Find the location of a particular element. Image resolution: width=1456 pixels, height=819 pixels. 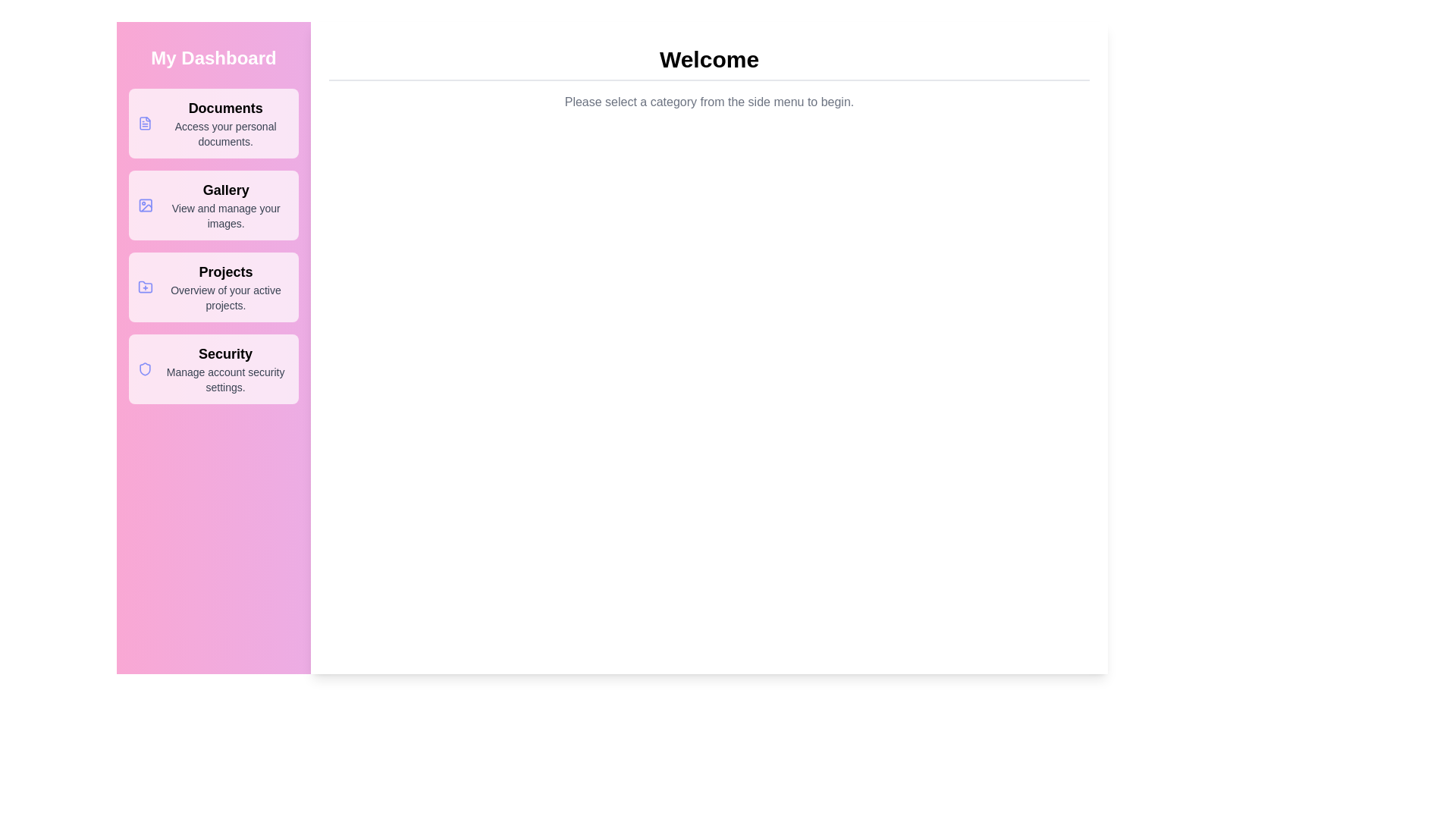

the menu option Gallery from the available options is located at coordinates (213, 205).